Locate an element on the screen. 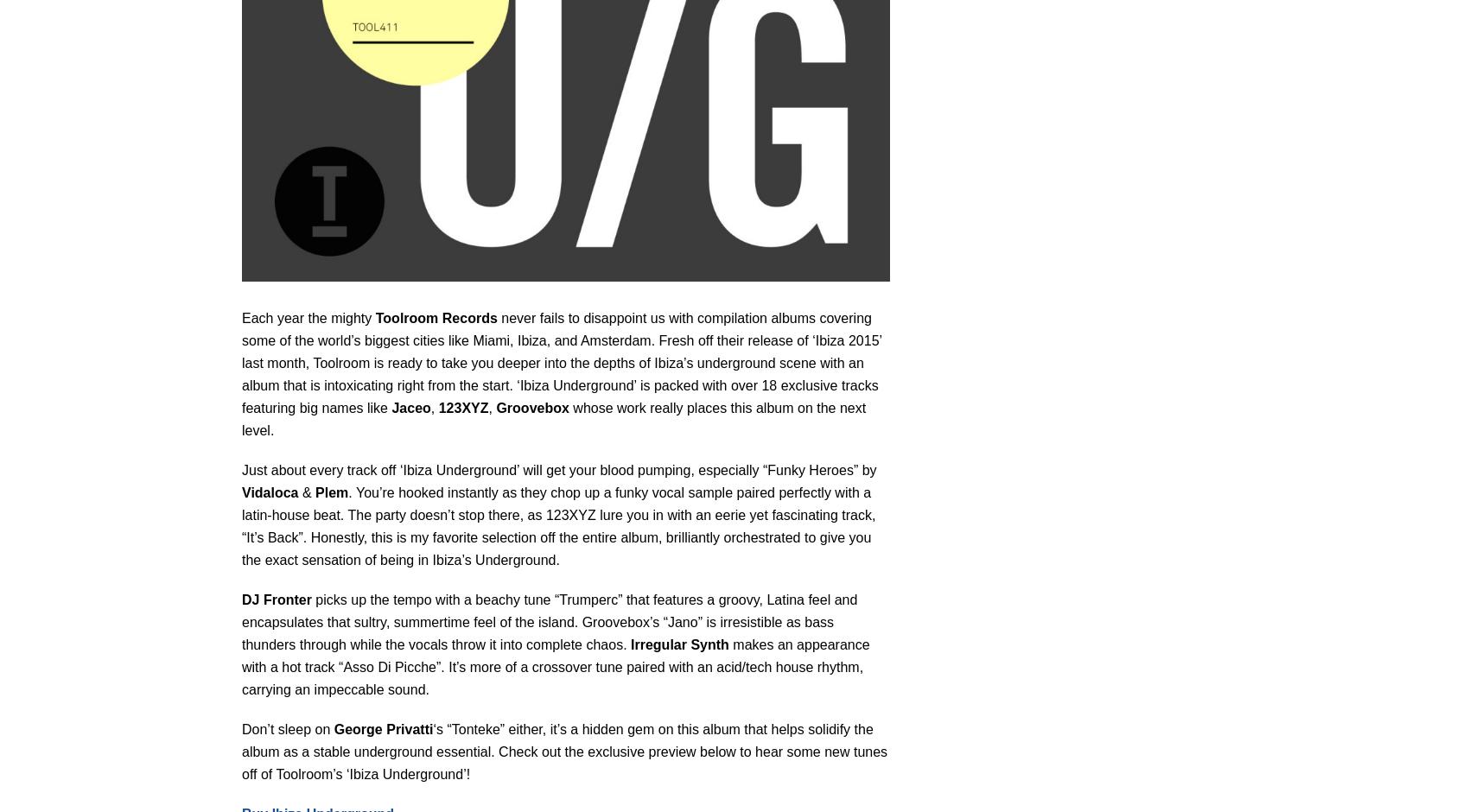 The height and width of the screenshot is (812, 1469). 'DJ' is located at coordinates (251, 598).